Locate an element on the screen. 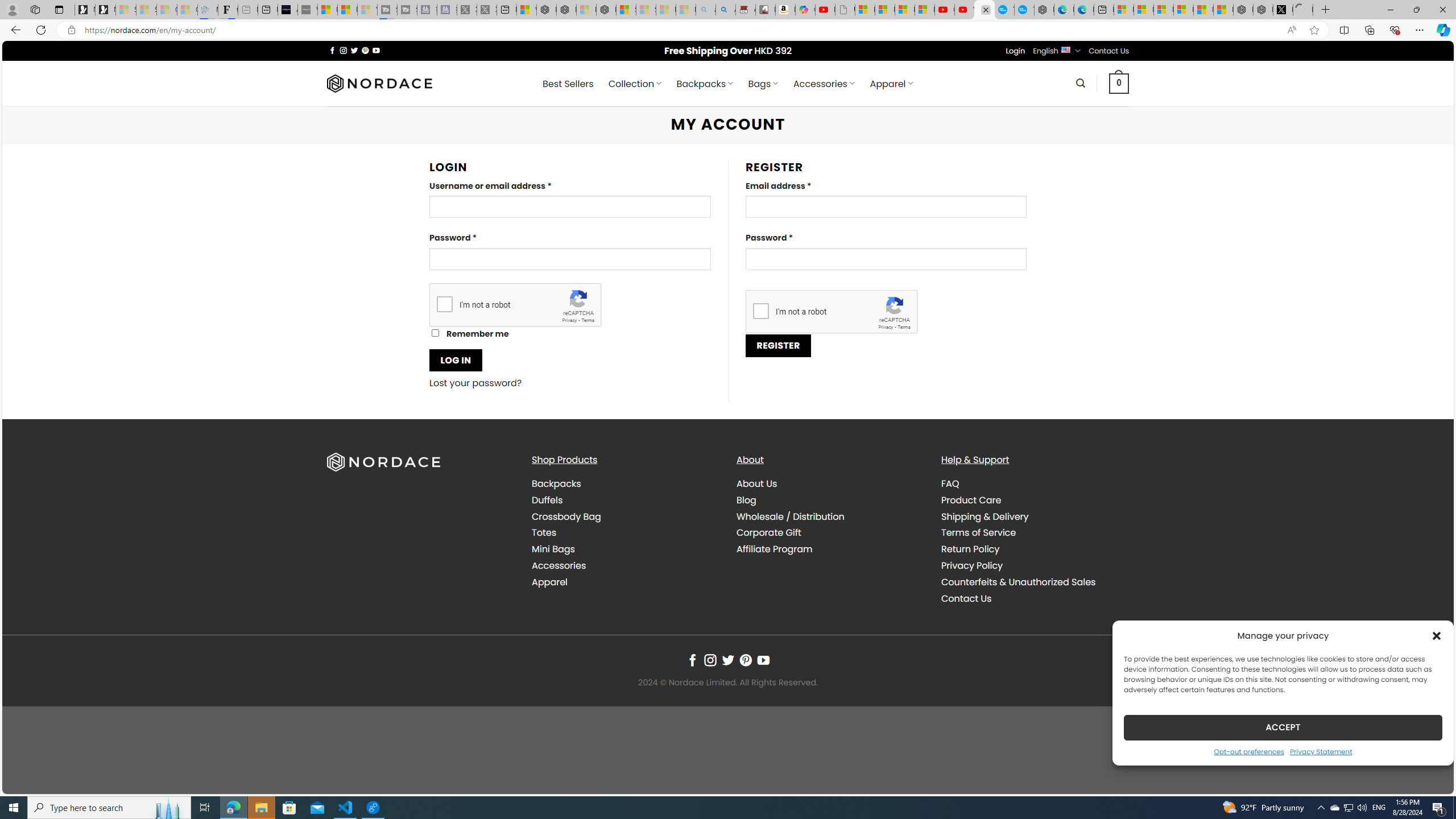  'Privacy Statement' is located at coordinates (1321, 751).